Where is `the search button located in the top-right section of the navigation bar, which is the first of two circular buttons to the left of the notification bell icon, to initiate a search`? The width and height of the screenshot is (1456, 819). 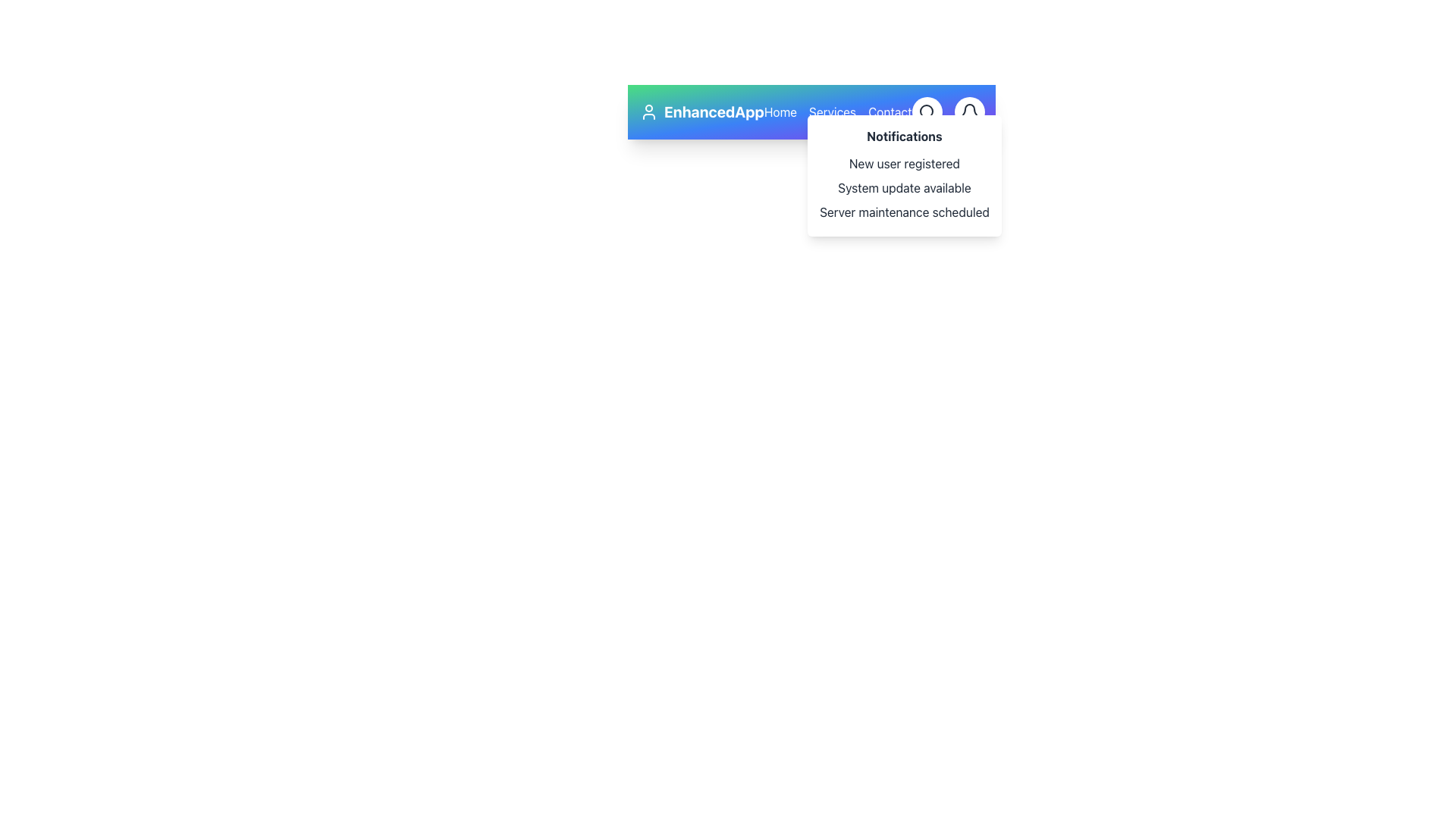 the search button located in the top-right section of the navigation bar, which is the first of two circular buttons to the left of the notification bell icon, to initiate a search is located at coordinates (926, 111).